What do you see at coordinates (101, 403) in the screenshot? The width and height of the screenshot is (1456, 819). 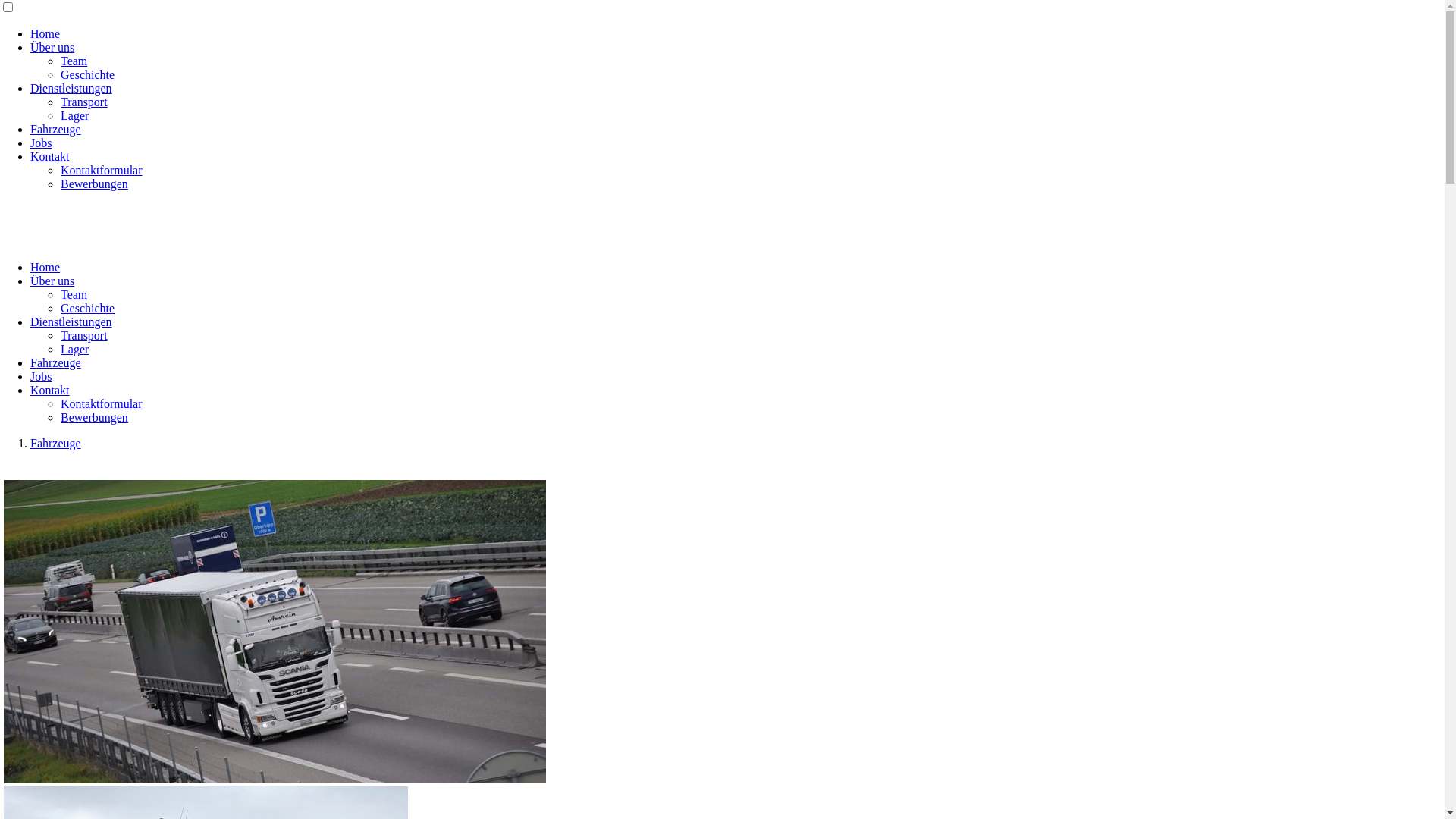 I see `'Kontaktformular'` at bounding box center [101, 403].